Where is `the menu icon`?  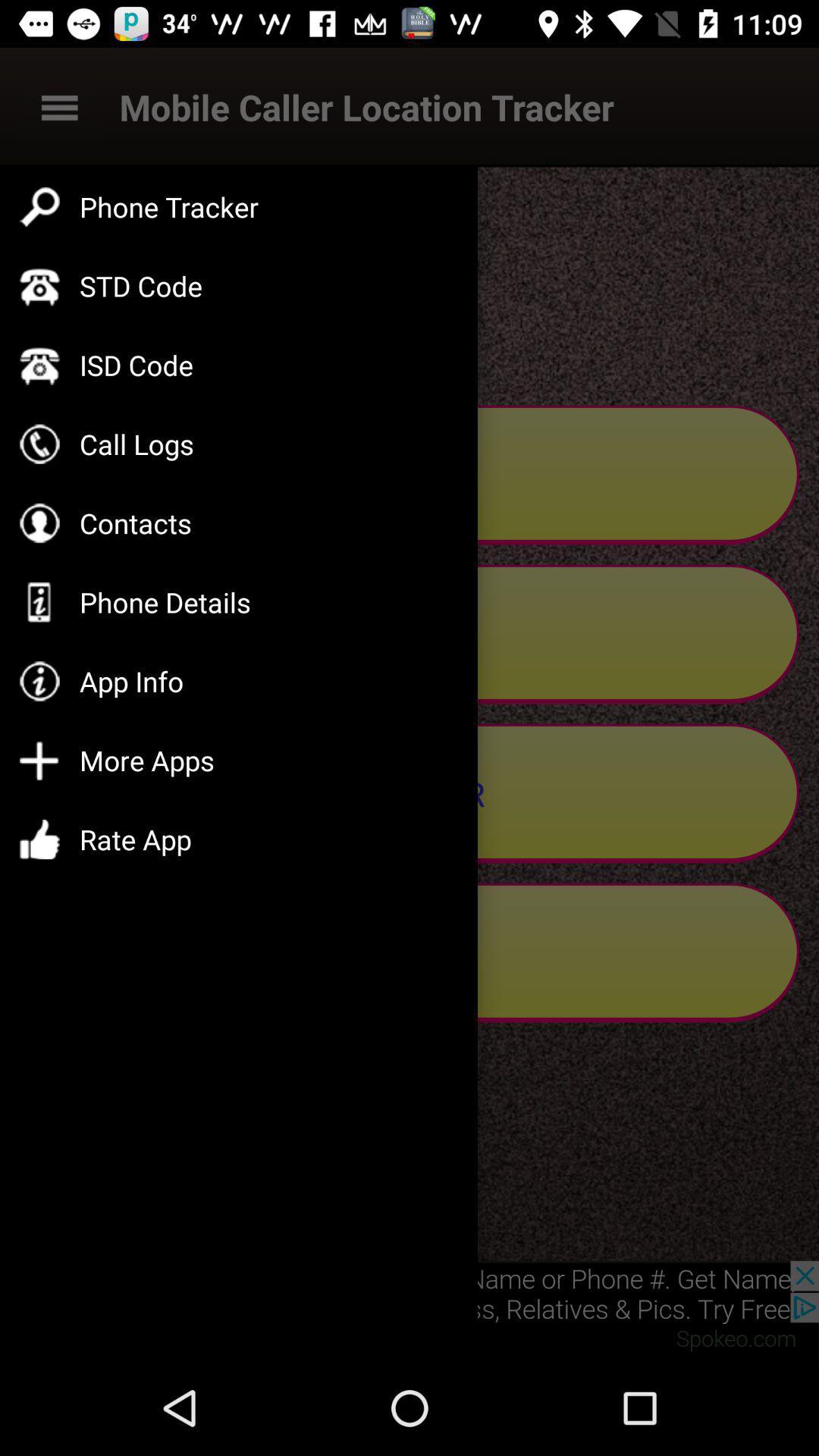 the menu icon is located at coordinates (58, 106).